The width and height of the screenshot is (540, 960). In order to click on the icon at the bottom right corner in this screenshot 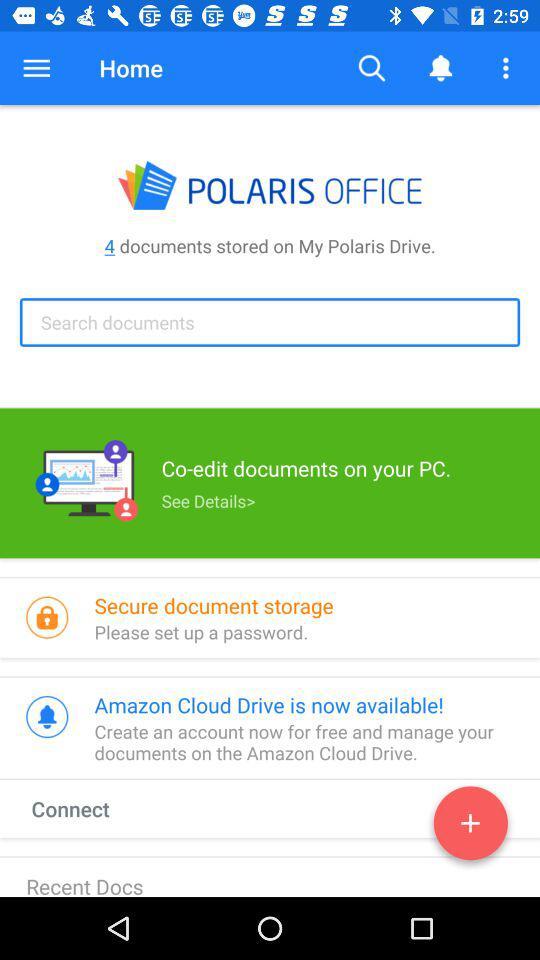, I will do `click(470, 827)`.